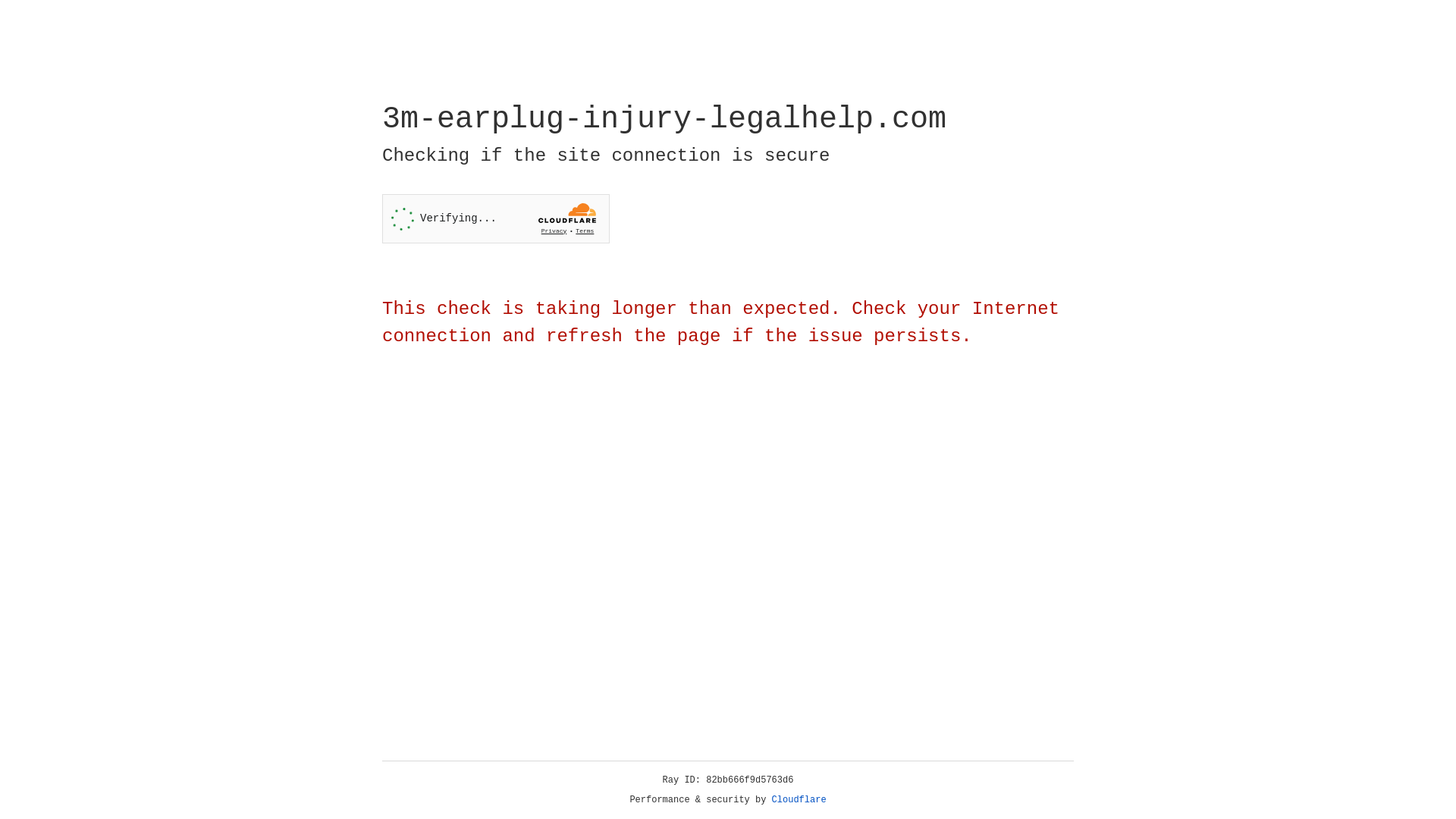  Describe the element at coordinates (799, 799) in the screenshot. I see `'Cloudflare'` at that location.